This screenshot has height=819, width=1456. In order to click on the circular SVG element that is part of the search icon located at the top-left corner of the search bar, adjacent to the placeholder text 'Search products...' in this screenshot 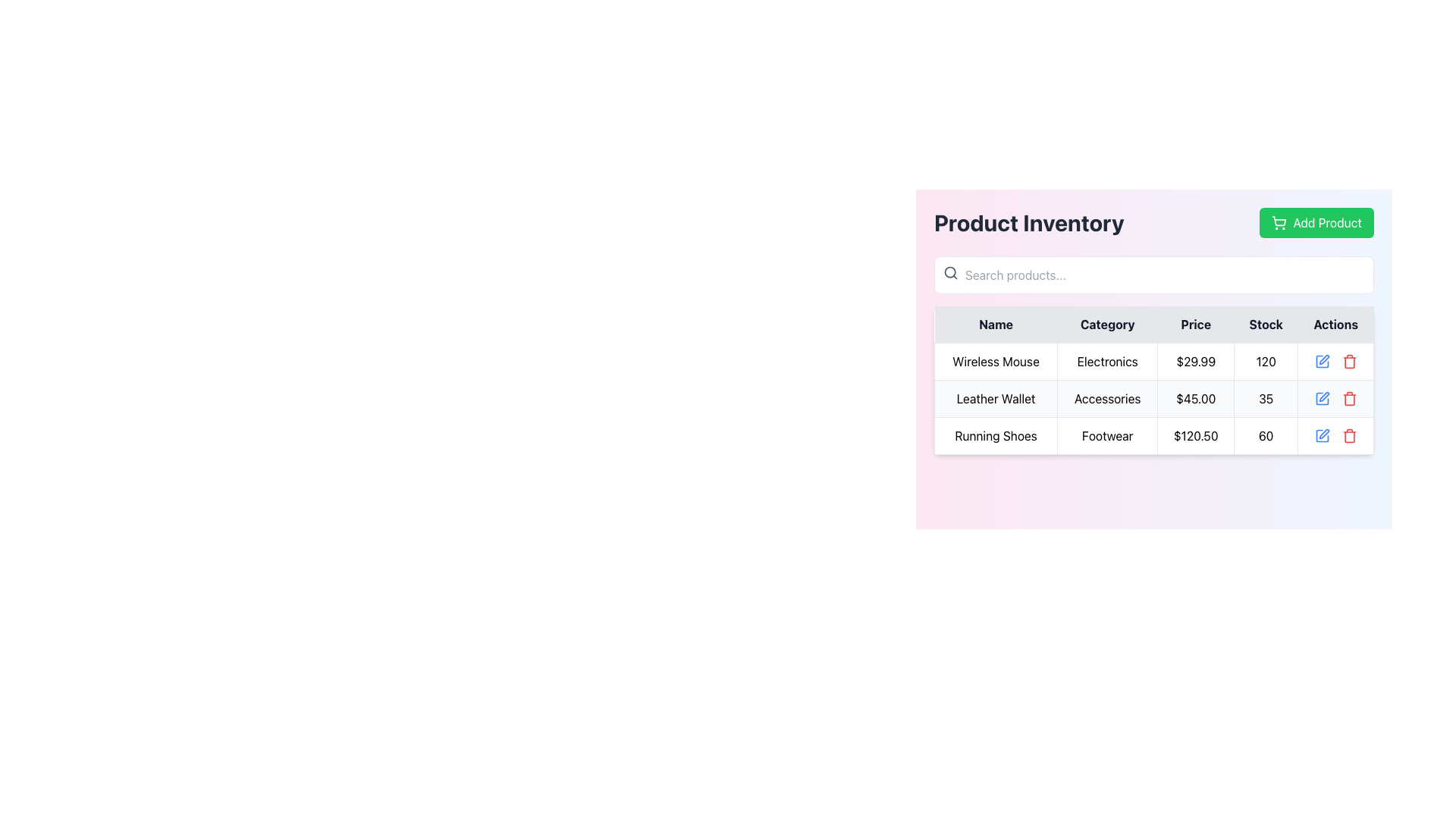, I will do `click(949, 271)`.